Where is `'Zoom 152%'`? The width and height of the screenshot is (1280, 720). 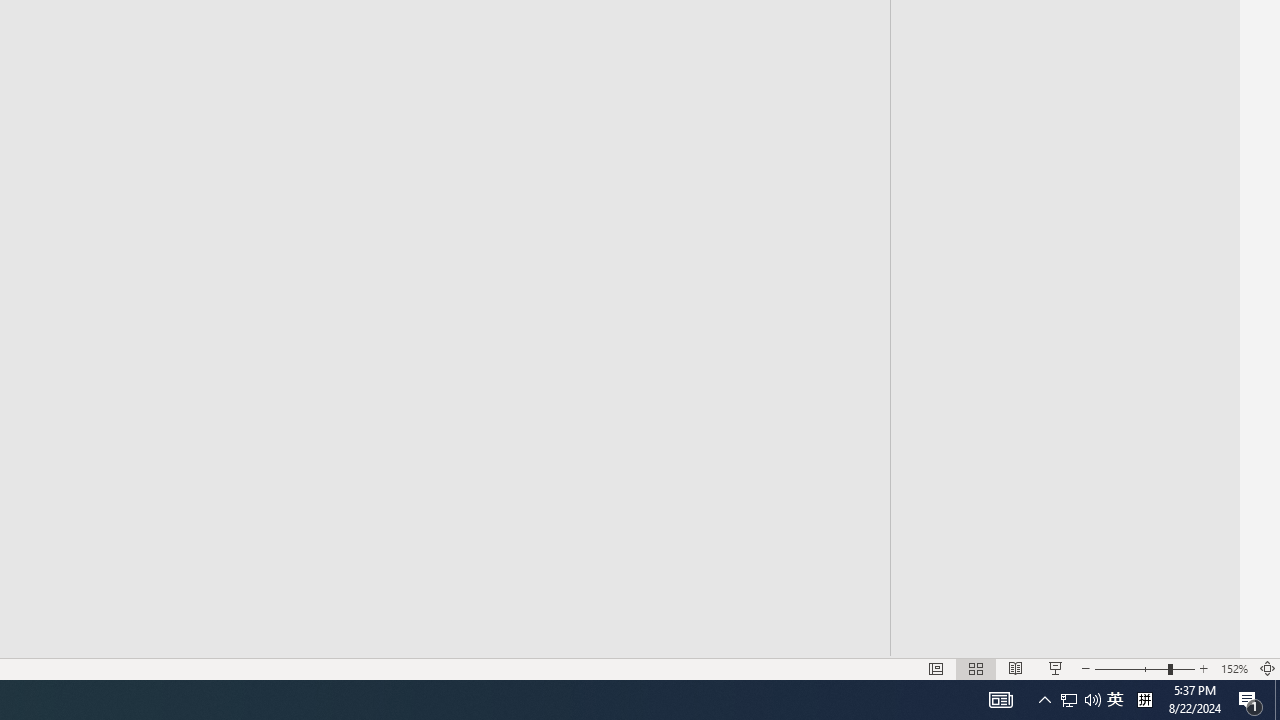 'Zoom 152%' is located at coordinates (1233, 669).